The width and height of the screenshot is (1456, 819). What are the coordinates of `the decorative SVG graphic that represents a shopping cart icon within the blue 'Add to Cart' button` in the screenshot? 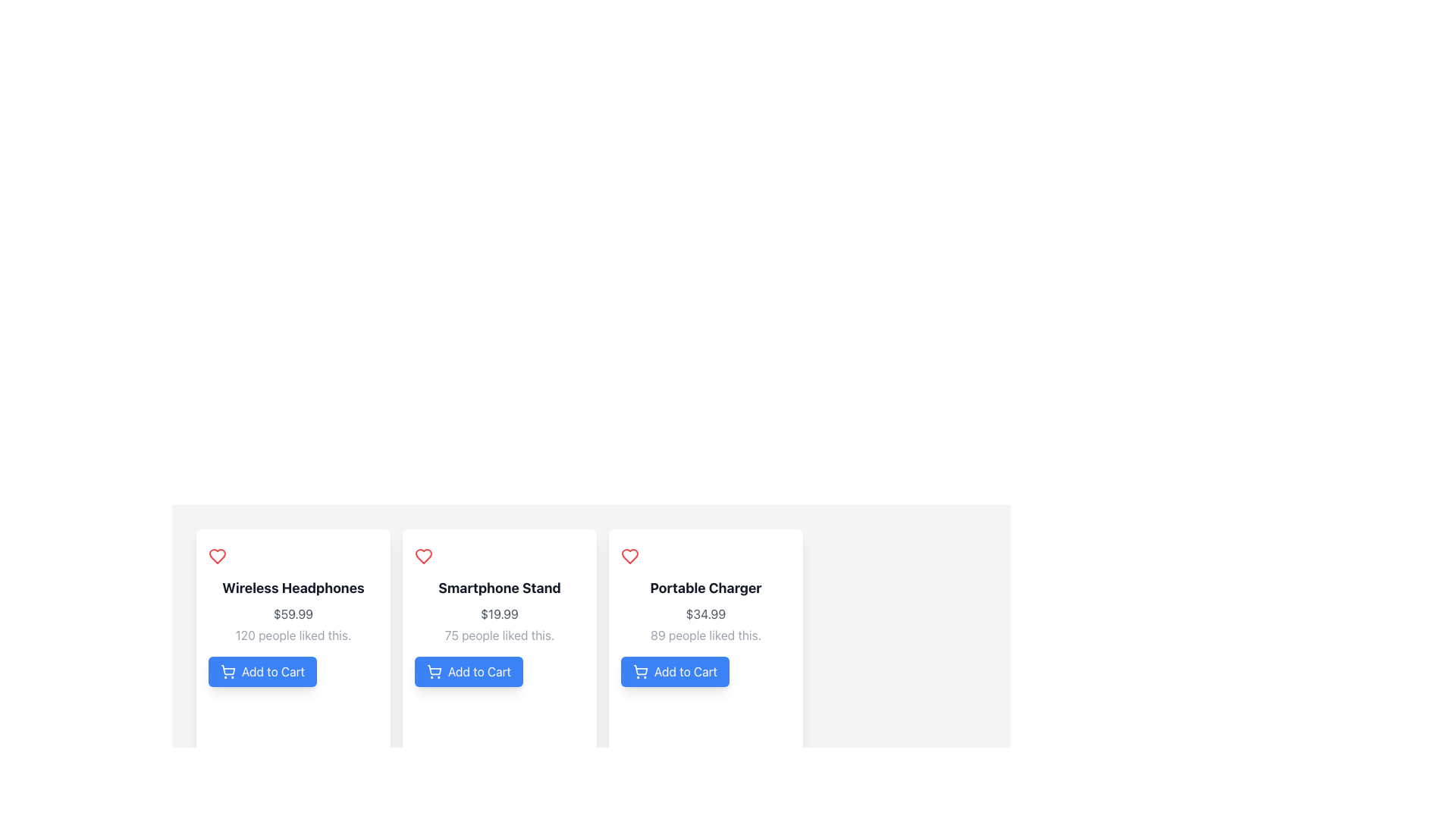 It's located at (434, 669).